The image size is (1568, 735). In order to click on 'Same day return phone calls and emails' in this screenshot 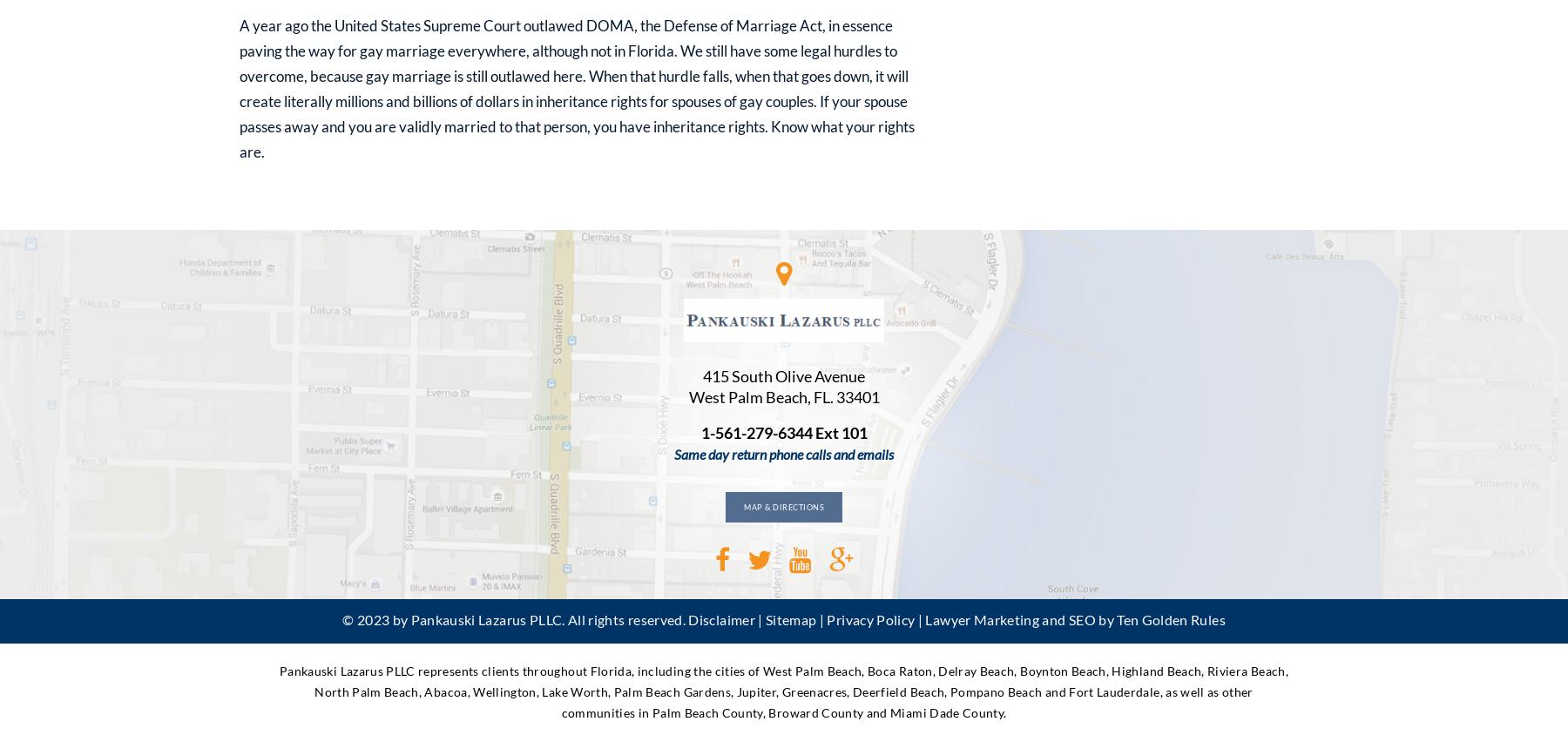, I will do `click(784, 453)`.